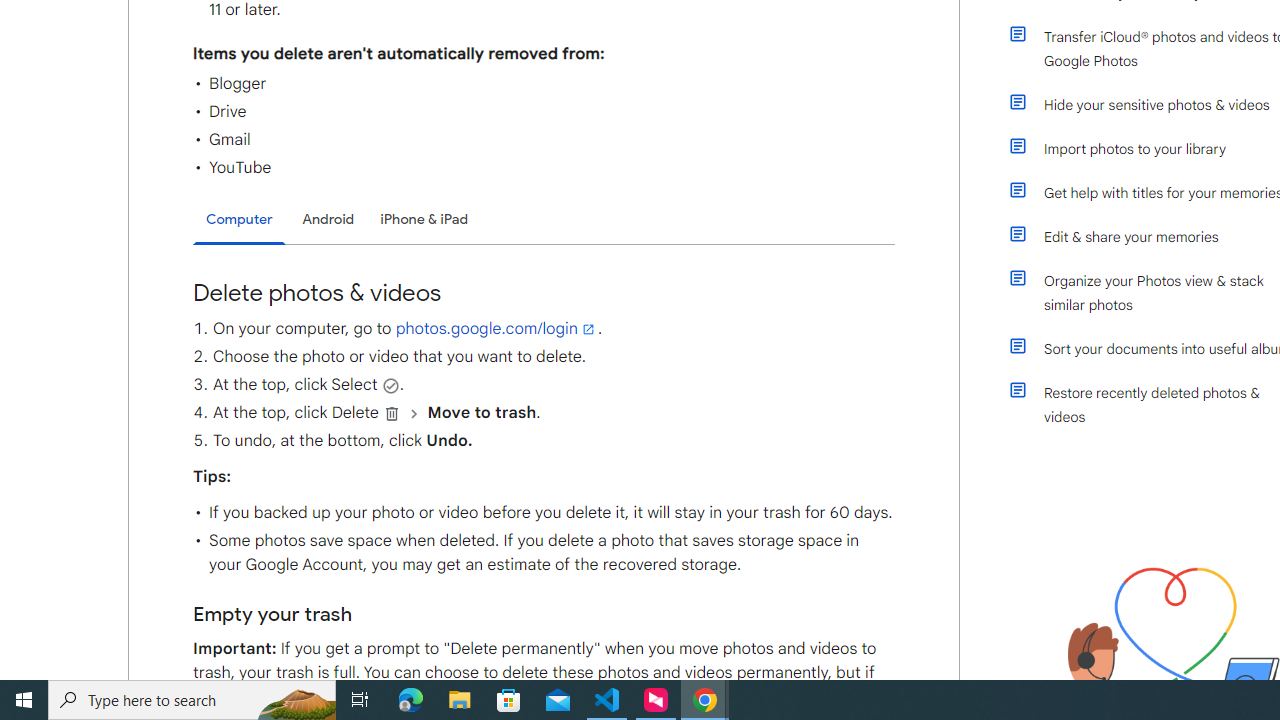 The height and width of the screenshot is (720, 1280). I want to click on 'iPhone & iPad', so click(423, 219).